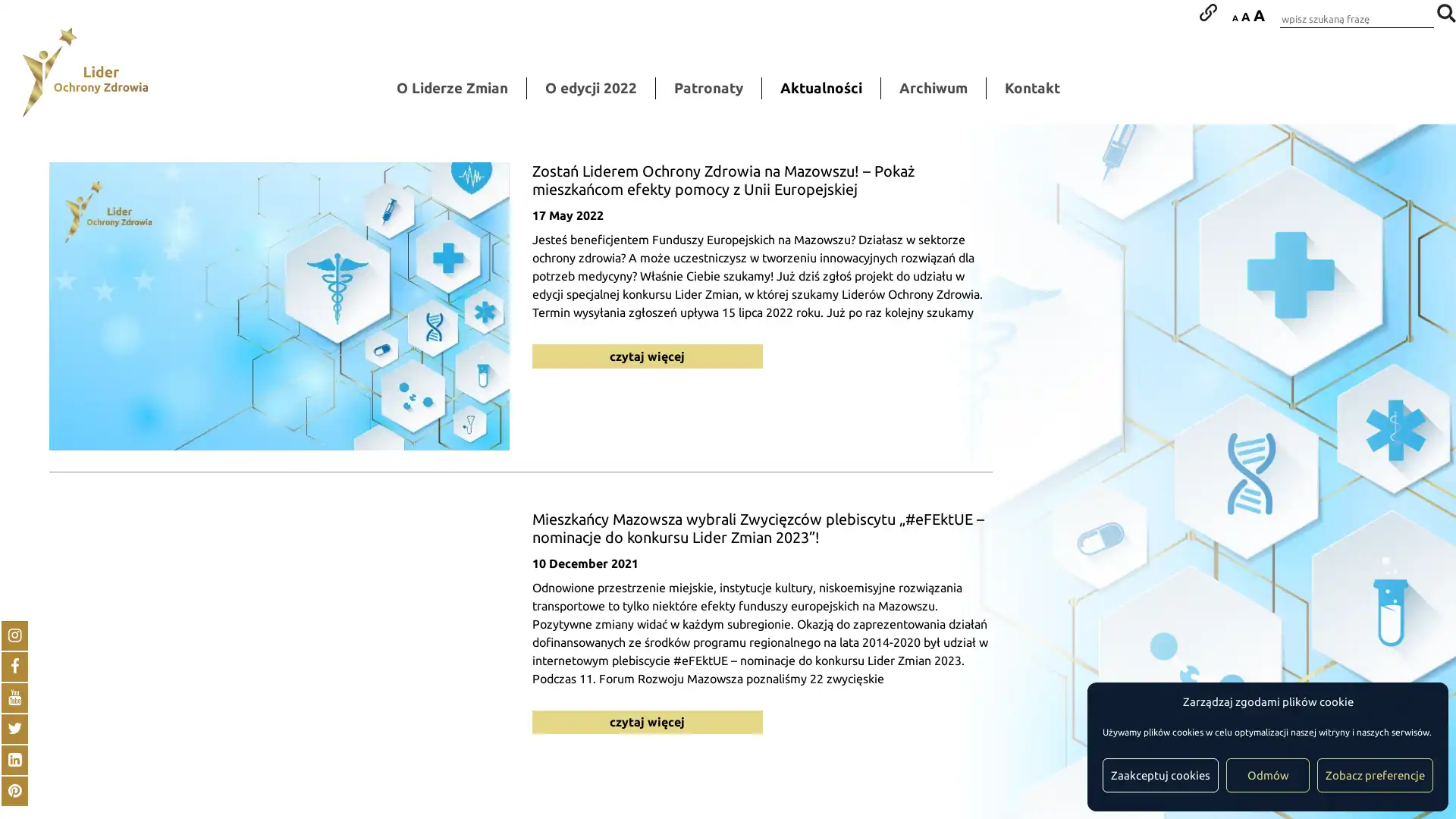 Image resolution: width=1456 pixels, height=819 pixels. I want to click on Odmow, so click(1267, 775).